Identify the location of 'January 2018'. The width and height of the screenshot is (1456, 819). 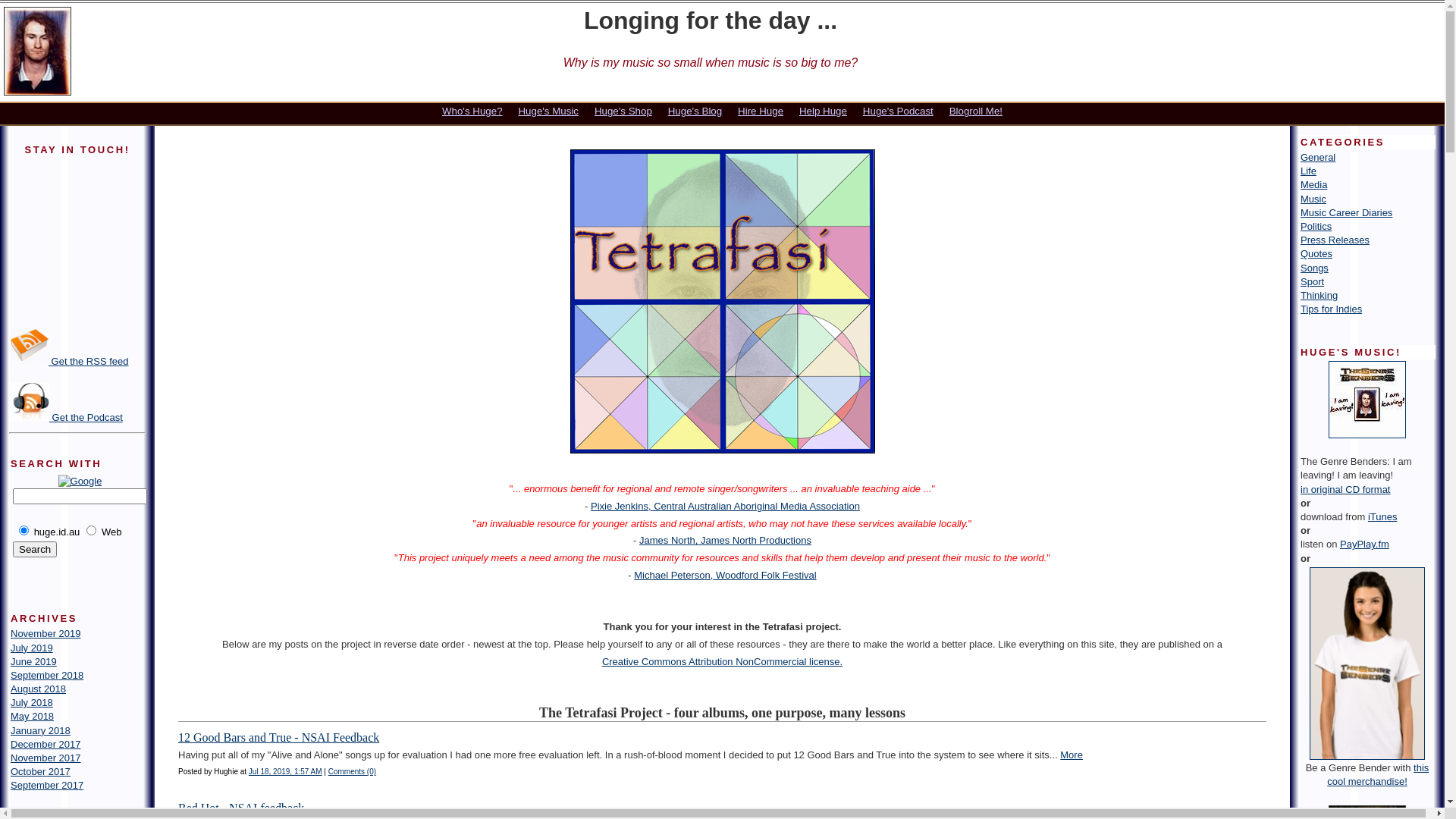
(40, 730).